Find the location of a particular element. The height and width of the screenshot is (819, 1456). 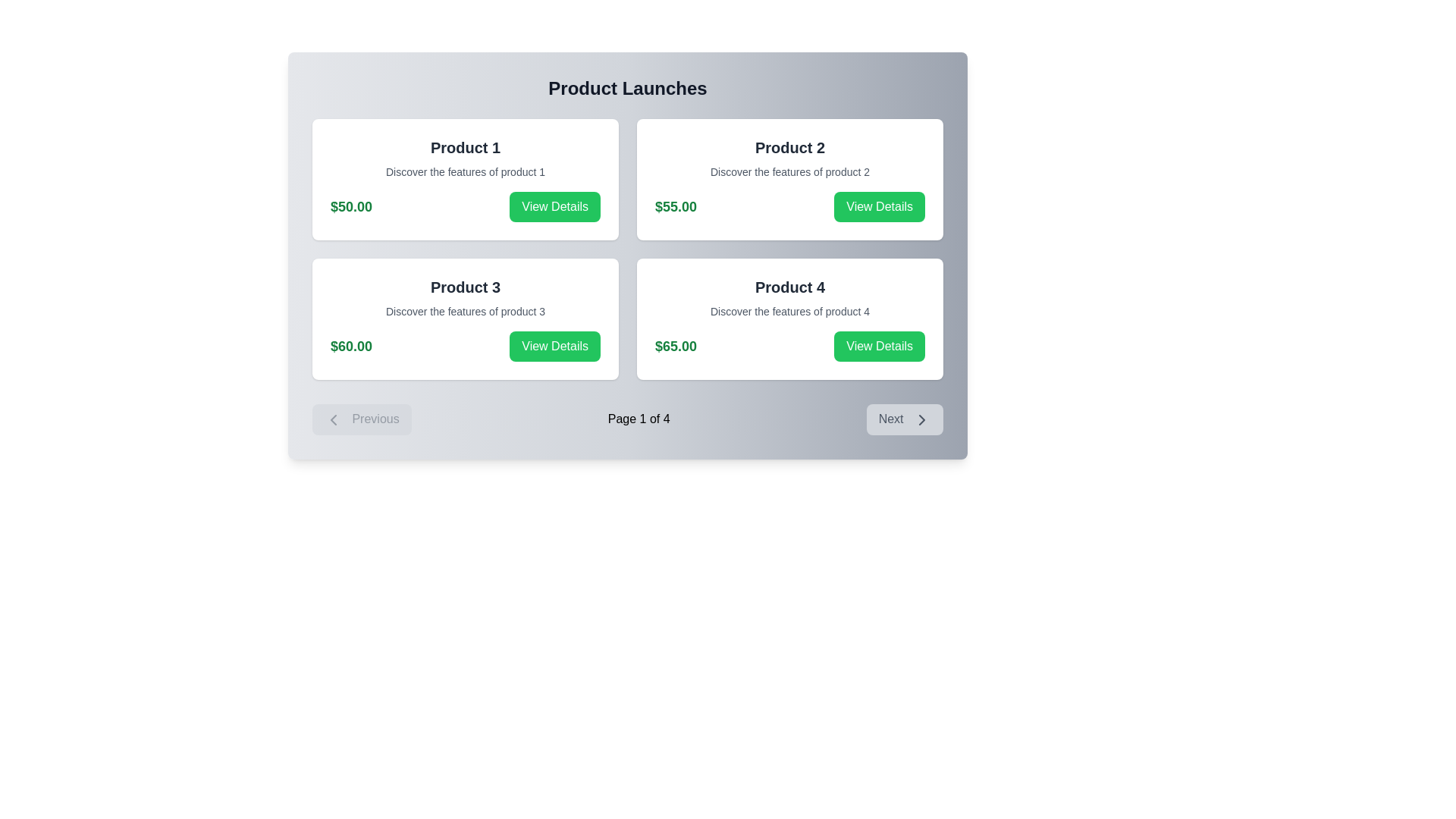

the right-facing chevron arrow icon within the SVG element is located at coordinates (921, 419).